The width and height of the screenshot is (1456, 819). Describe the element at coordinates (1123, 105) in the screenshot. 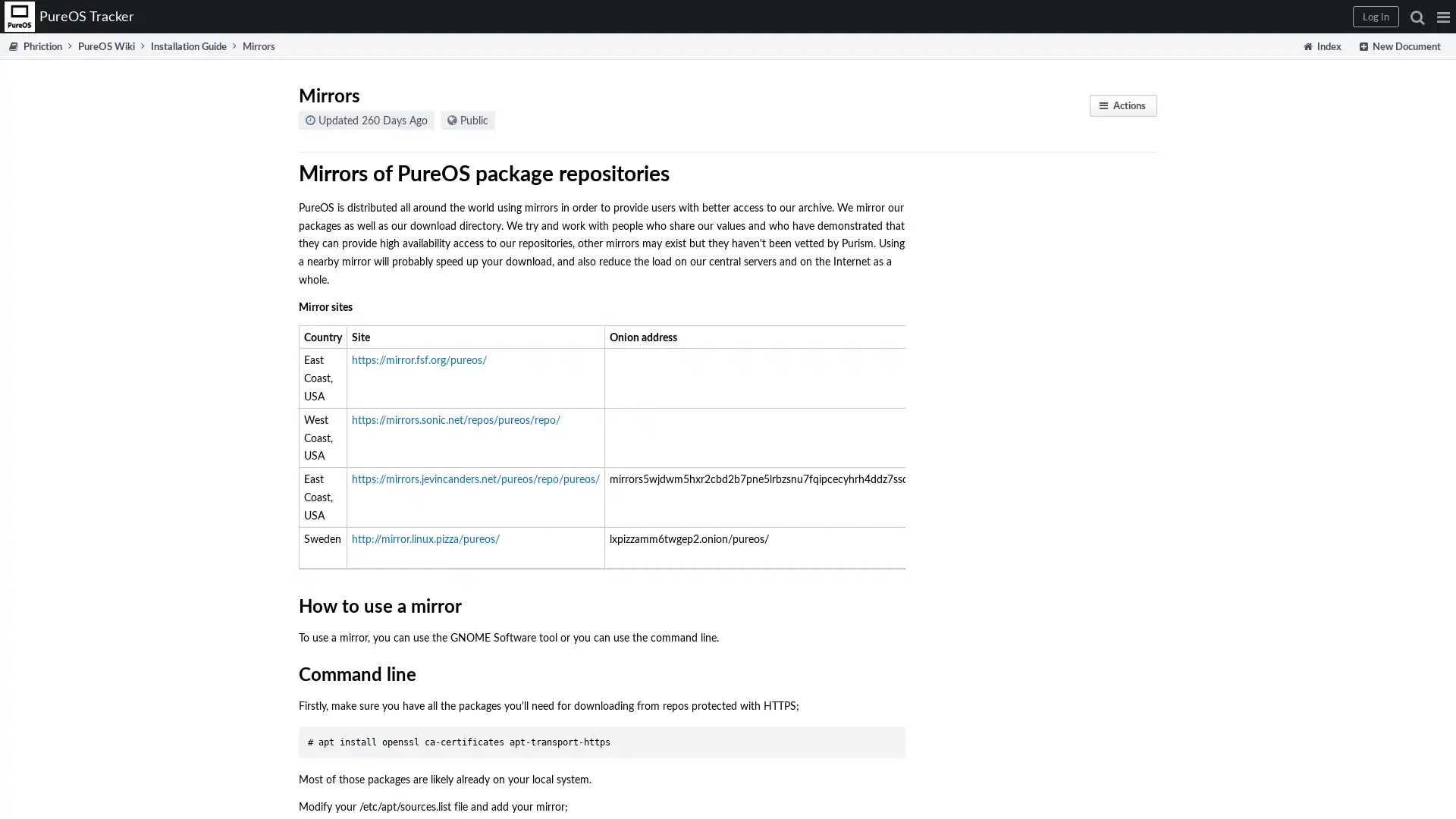

I see `Actions` at that location.